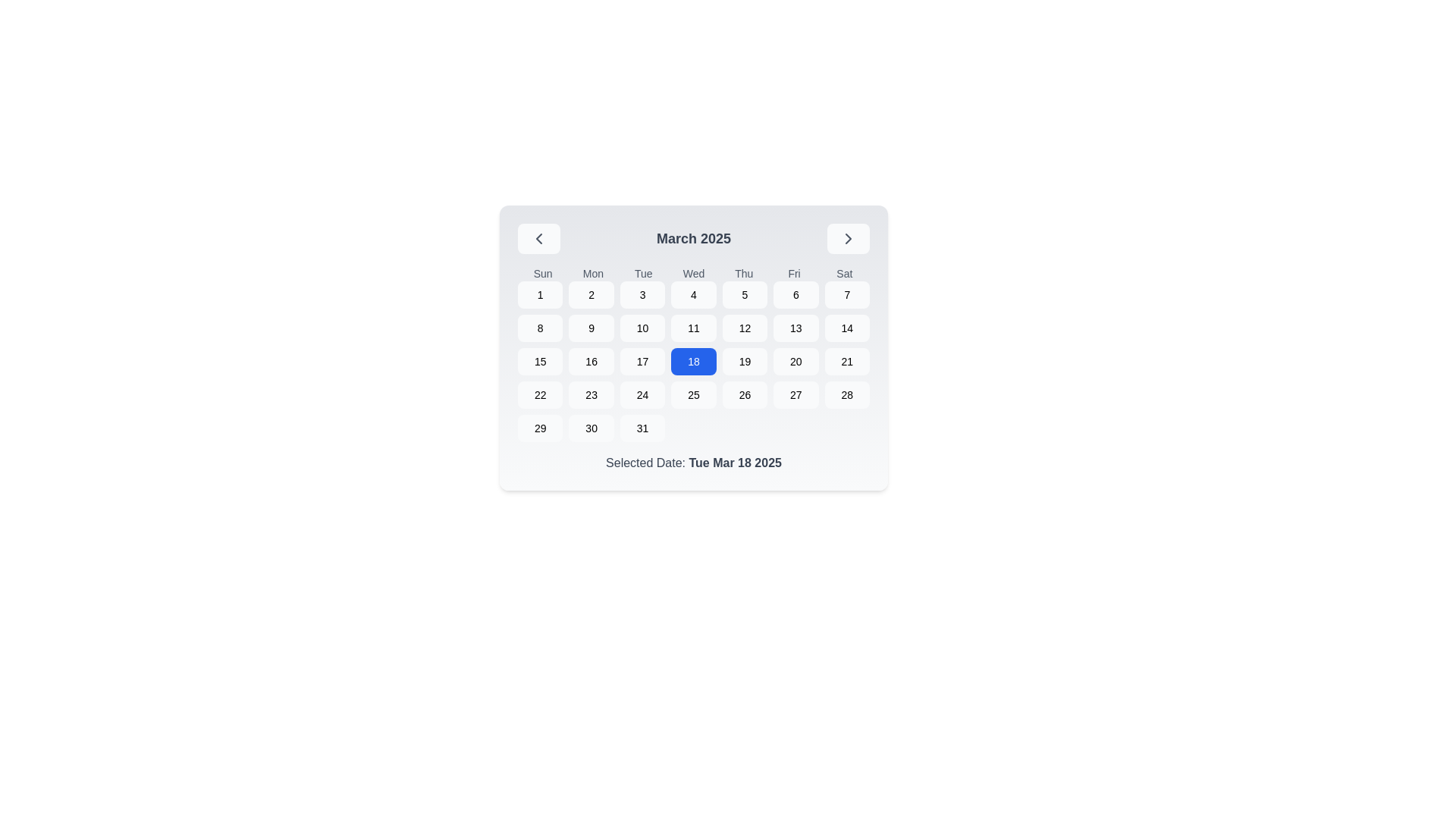 The height and width of the screenshot is (819, 1456). Describe the element at coordinates (795, 295) in the screenshot. I see `the date selection button located at the top-right of the calendar under 'Fri'` at that location.